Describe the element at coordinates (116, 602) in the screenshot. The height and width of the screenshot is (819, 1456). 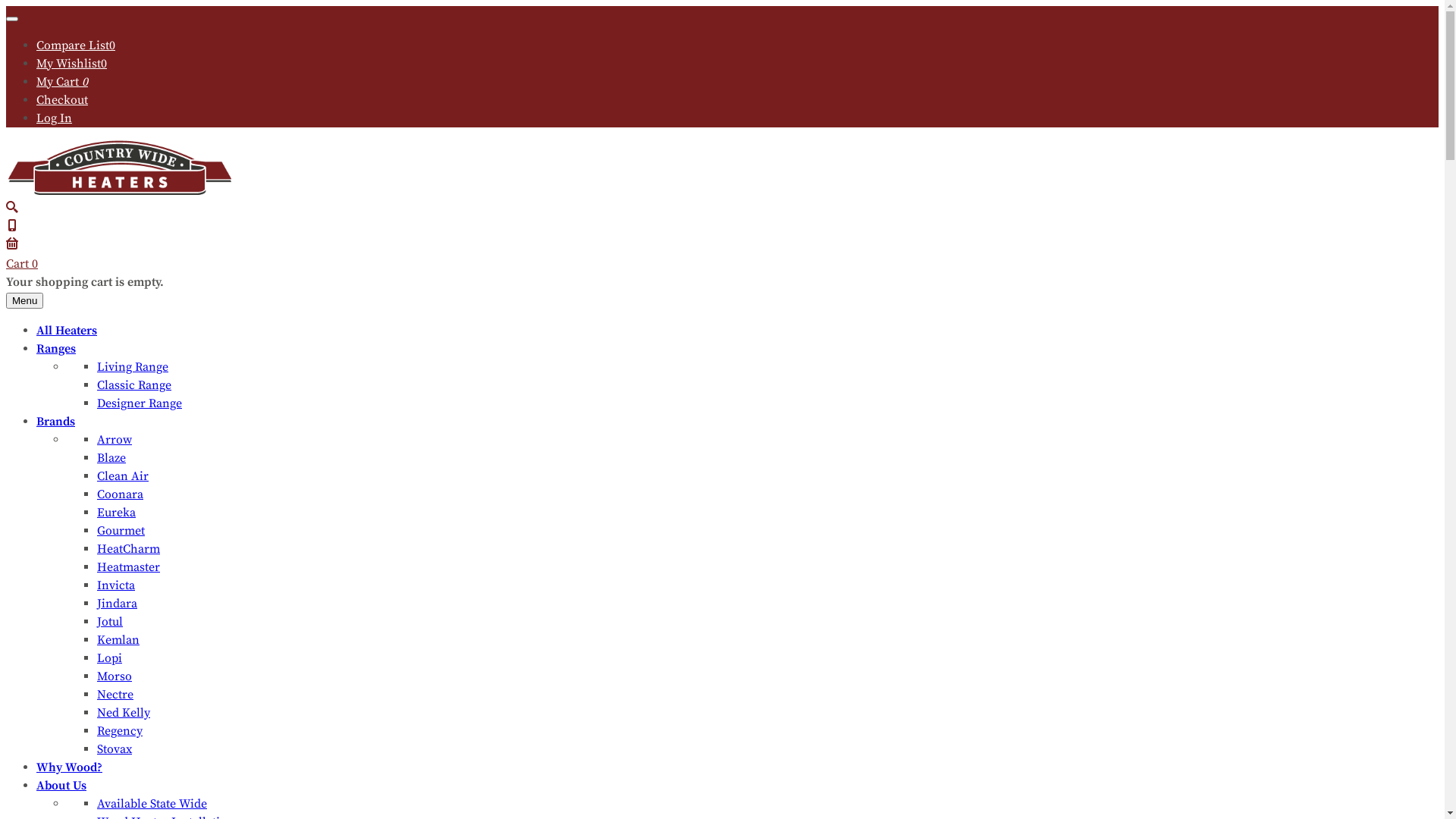
I see `'Jindara'` at that location.